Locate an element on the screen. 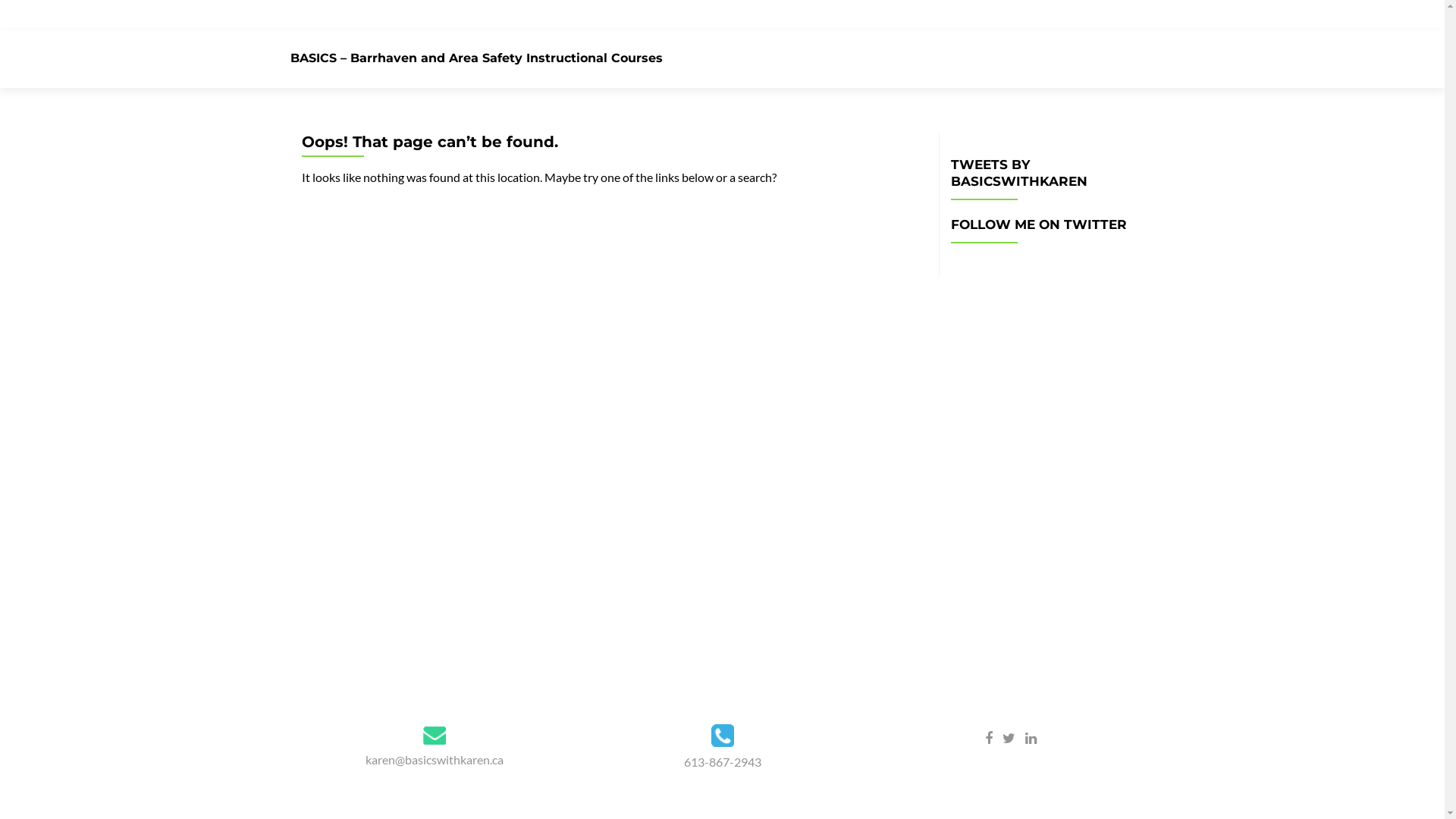 The width and height of the screenshot is (1456, 819). 'Linkedin link' is located at coordinates (1031, 736).